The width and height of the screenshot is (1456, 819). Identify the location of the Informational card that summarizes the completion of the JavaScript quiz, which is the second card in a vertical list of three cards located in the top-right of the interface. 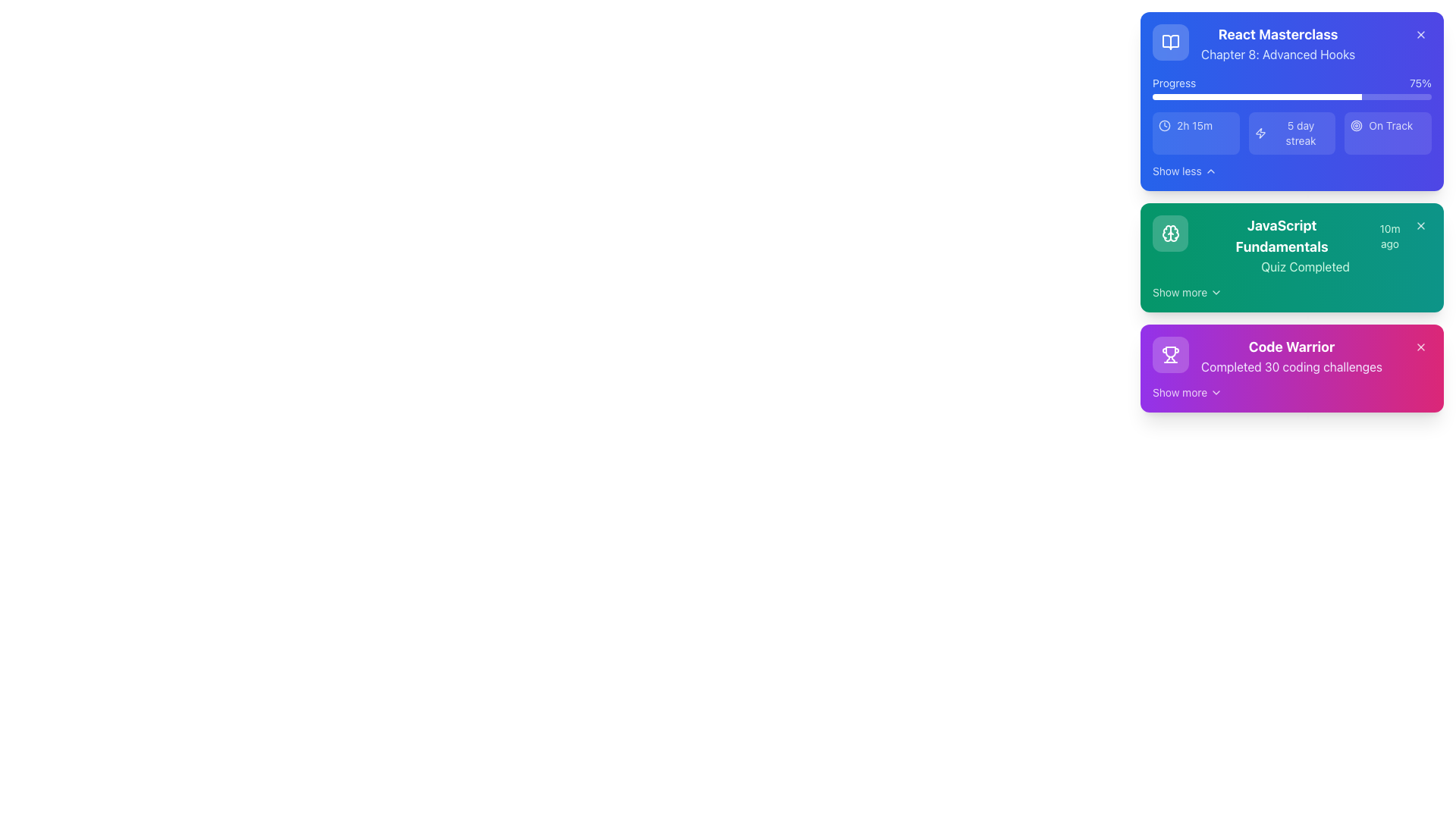
(1291, 256).